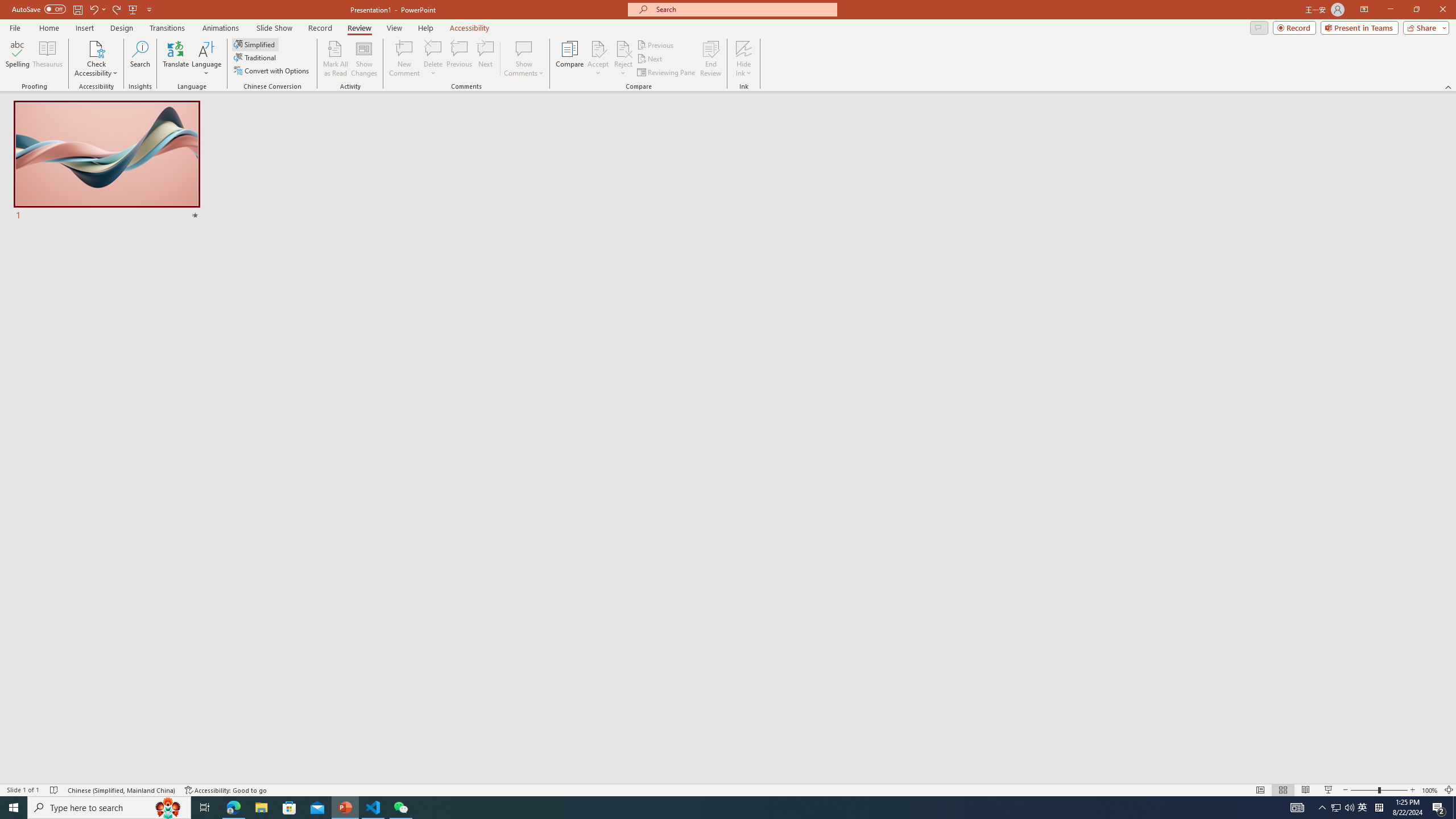 The image size is (1456, 819). I want to click on 'View', so click(395, 28).